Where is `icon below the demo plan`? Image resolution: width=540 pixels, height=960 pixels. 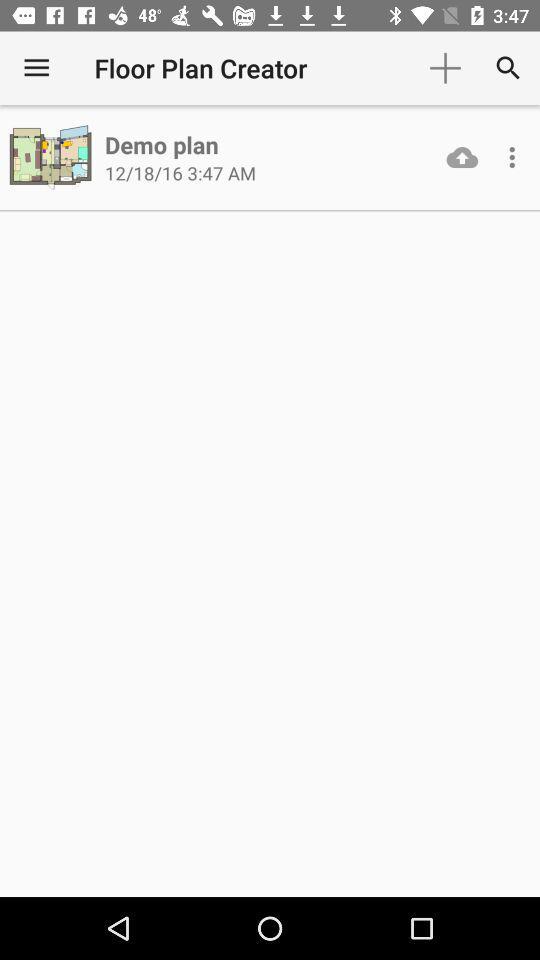
icon below the demo plan is located at coordinates (180, 172).